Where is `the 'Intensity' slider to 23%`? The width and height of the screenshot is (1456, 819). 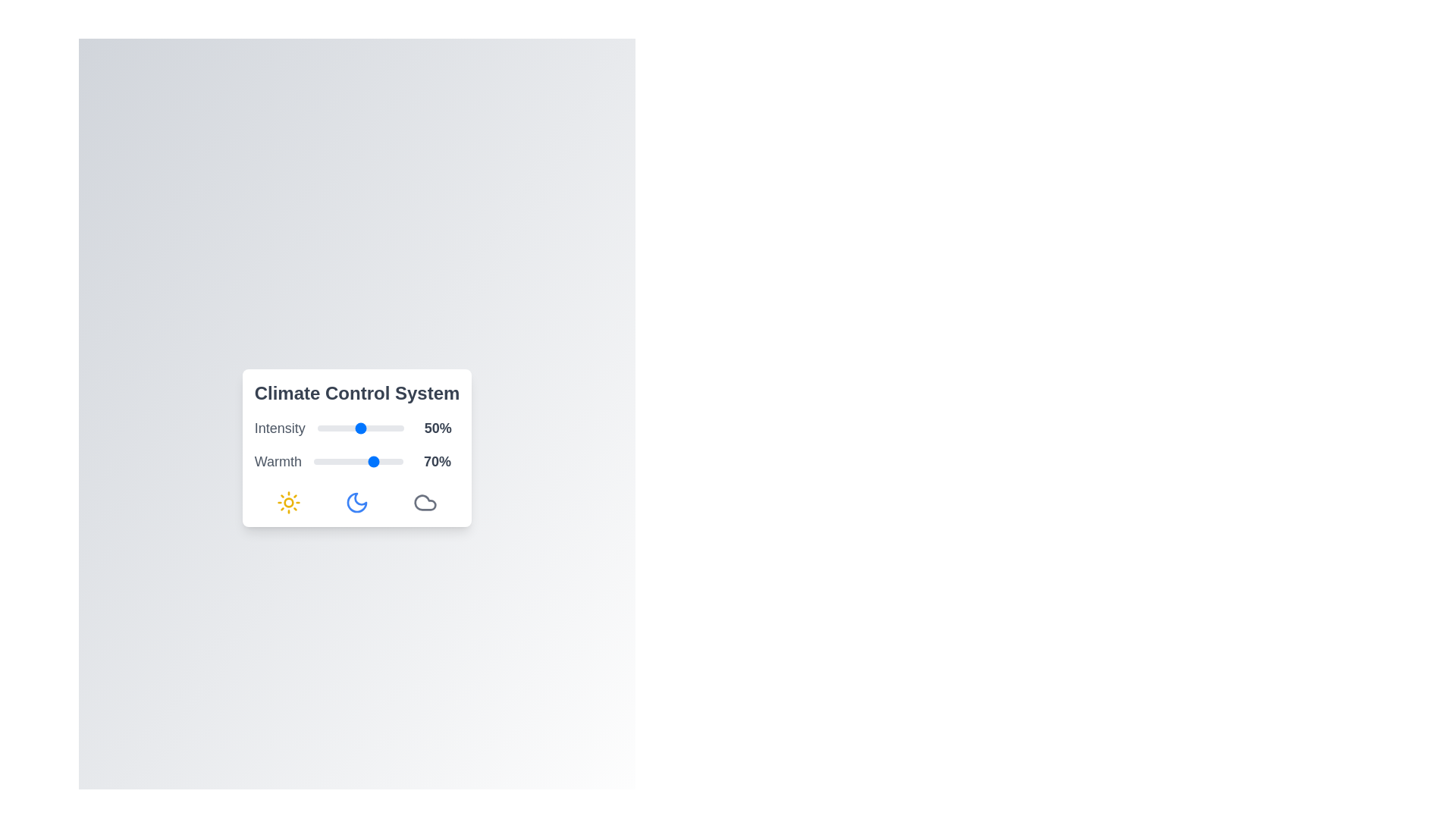 the 'Intensity' slider to 23% is located at coordinates (337, 428).